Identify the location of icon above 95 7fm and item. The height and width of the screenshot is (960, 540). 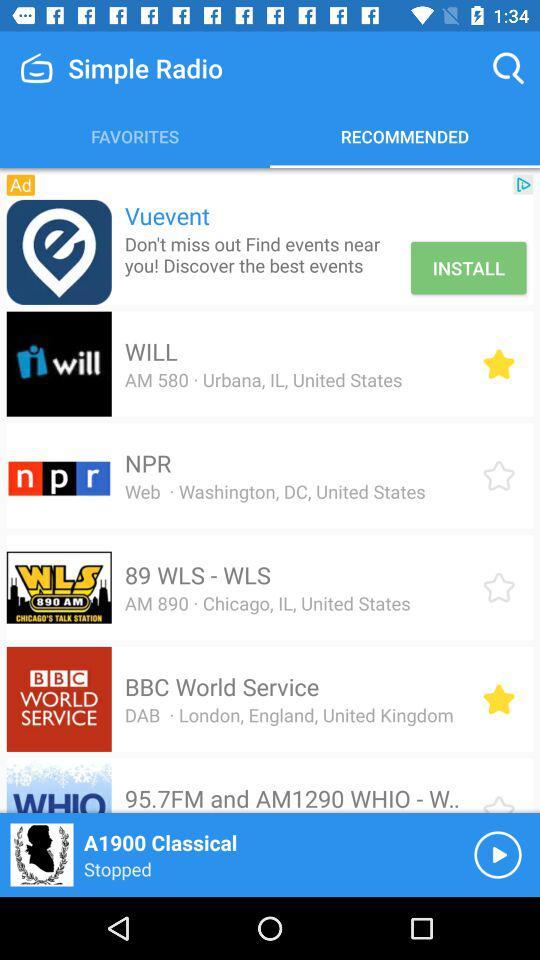
(288, 715).